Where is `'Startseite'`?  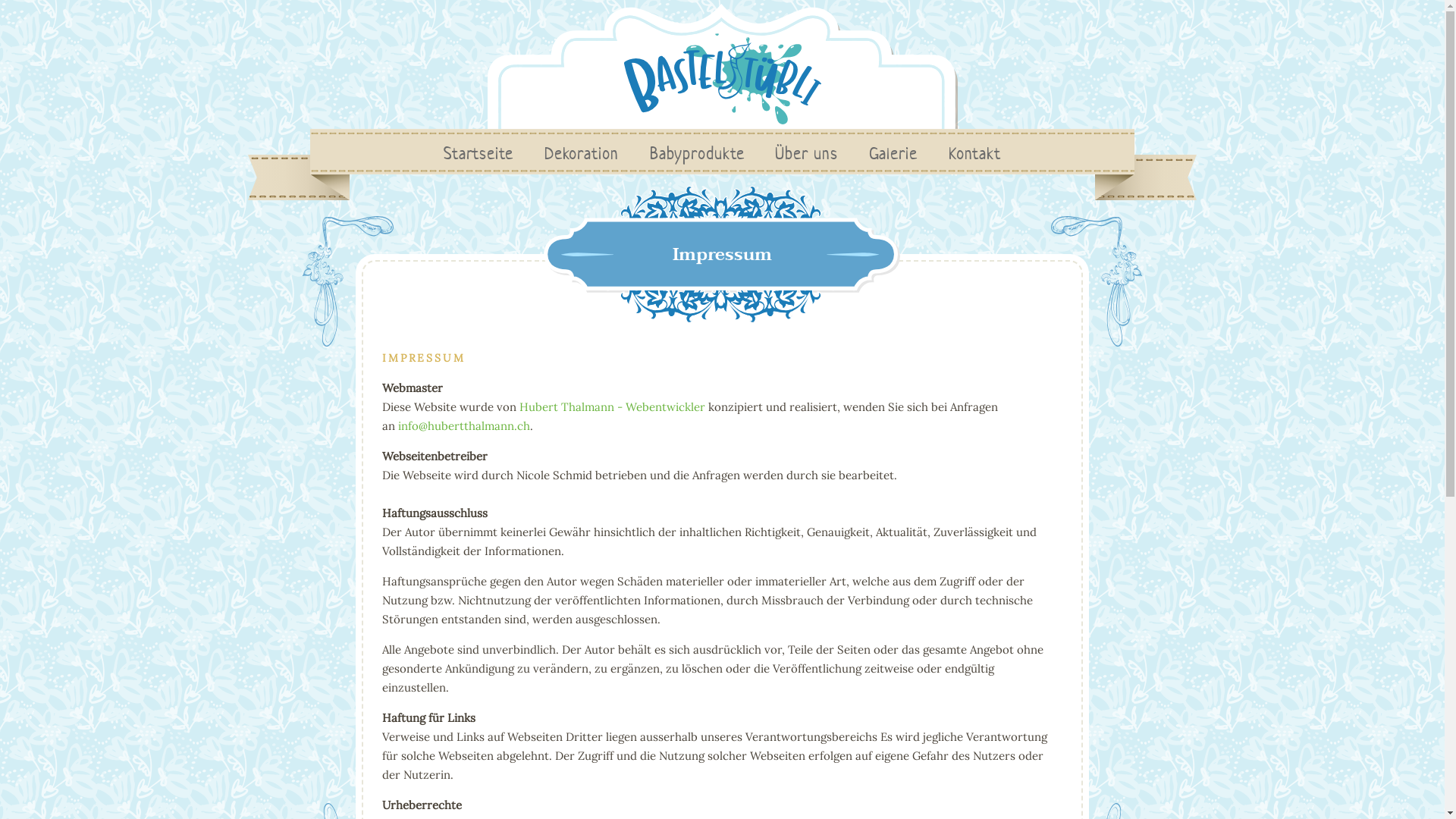
'Startseite' is located at coordinates (477, 153).